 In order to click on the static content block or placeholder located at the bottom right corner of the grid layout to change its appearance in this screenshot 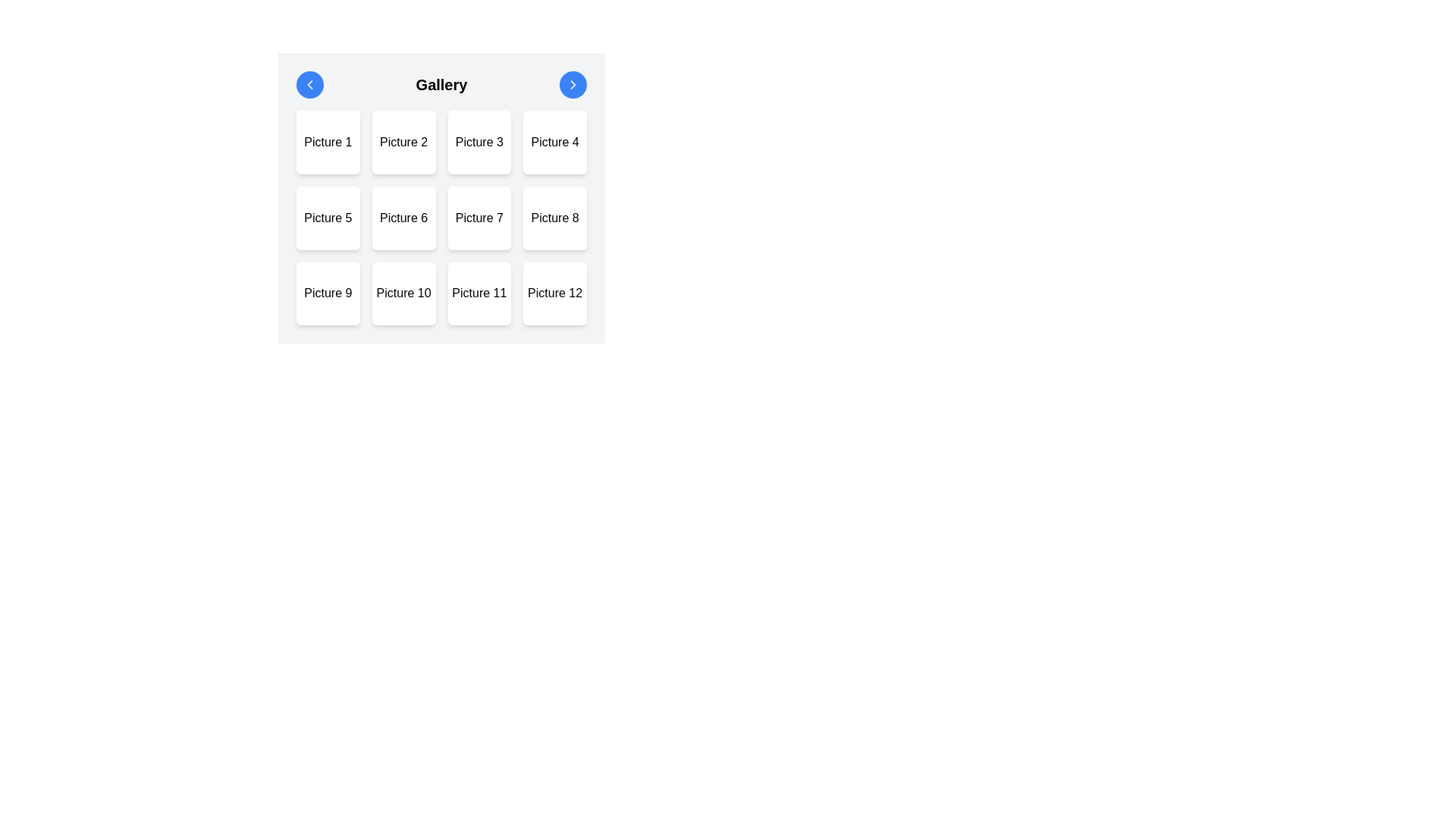, I will do `click(554, 293)`.